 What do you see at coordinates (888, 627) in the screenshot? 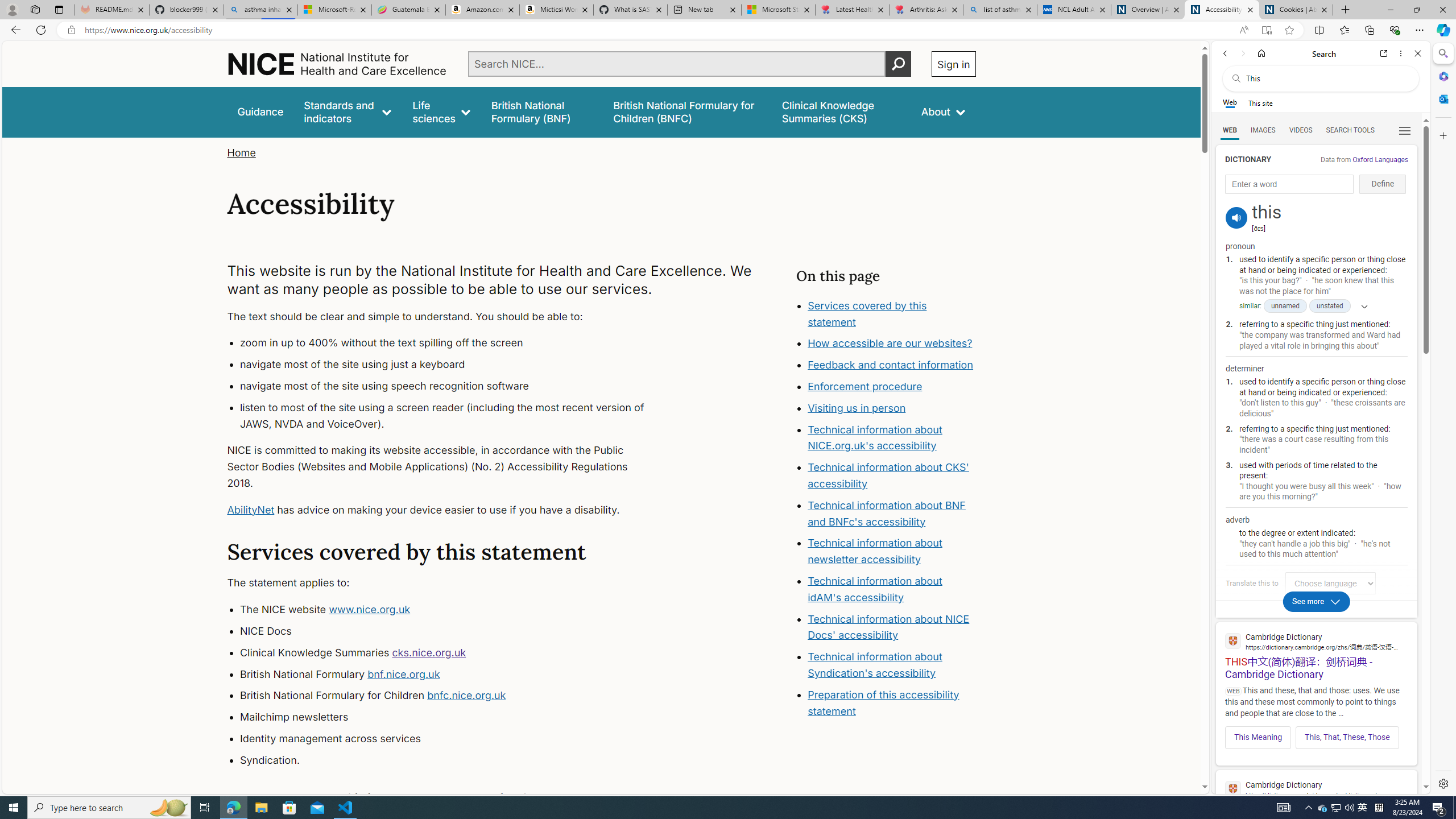
I see `'Technical information about NICE Docs'` at bounding box center [888, 627].